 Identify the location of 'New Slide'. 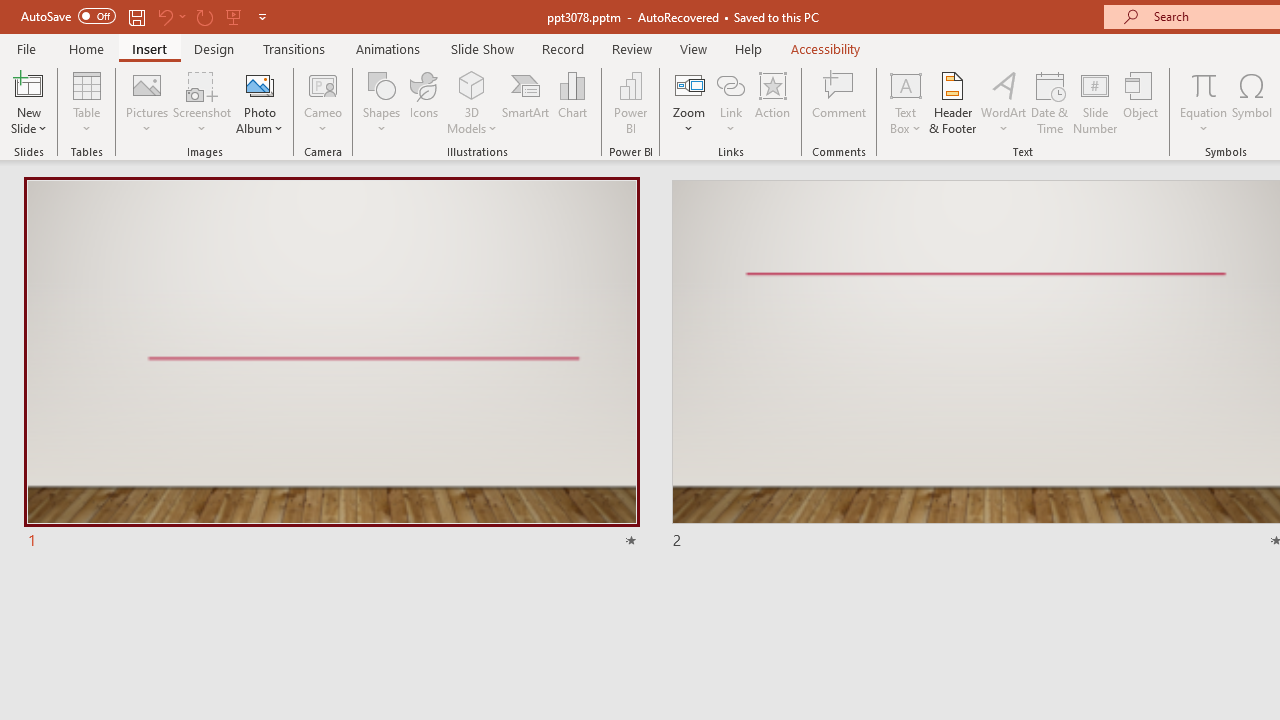
(28, 103).